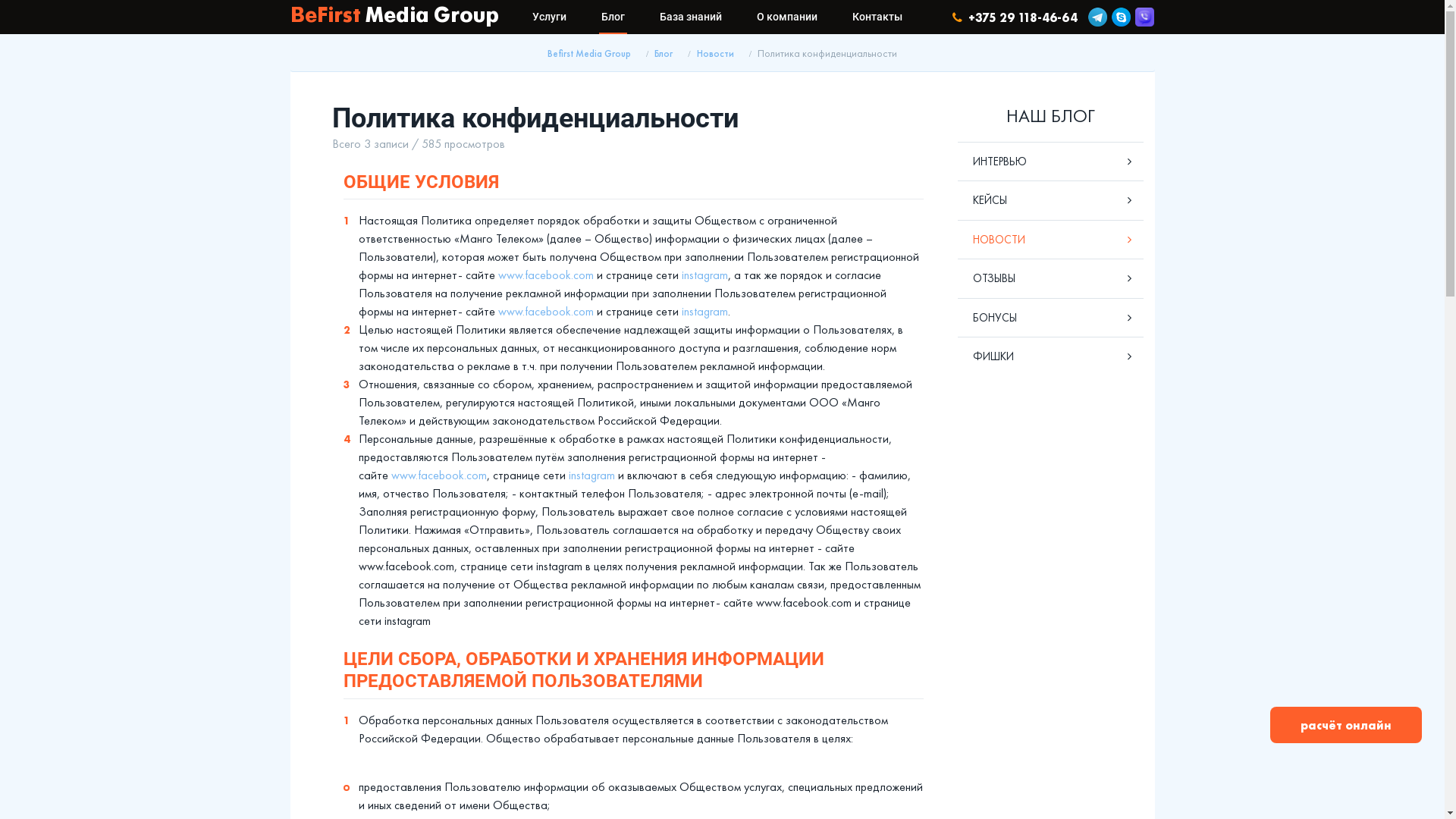  I want to click on 'instagram', so click(703, 310).